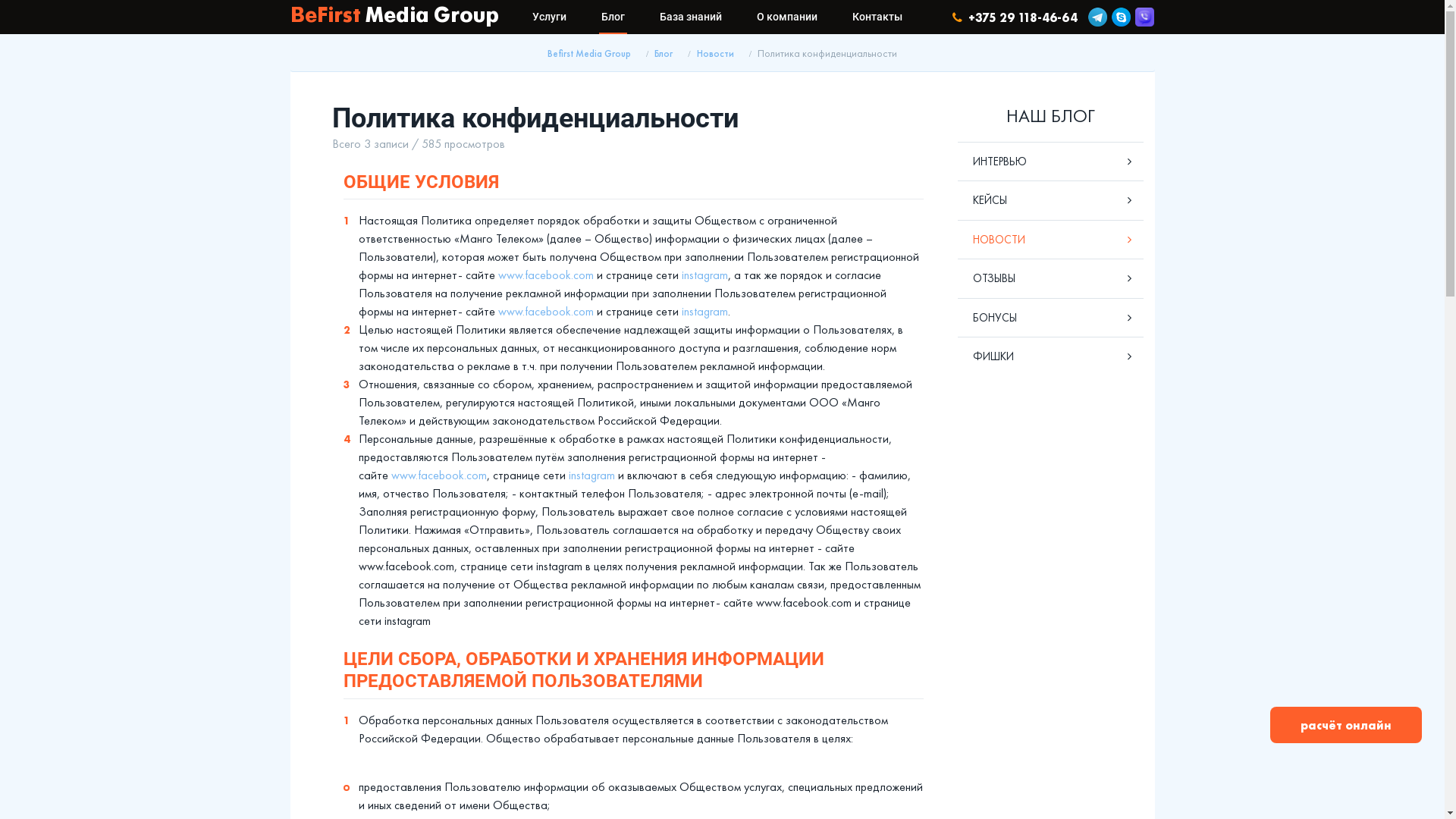  I want to click on 'instagram', so click(703, 310).